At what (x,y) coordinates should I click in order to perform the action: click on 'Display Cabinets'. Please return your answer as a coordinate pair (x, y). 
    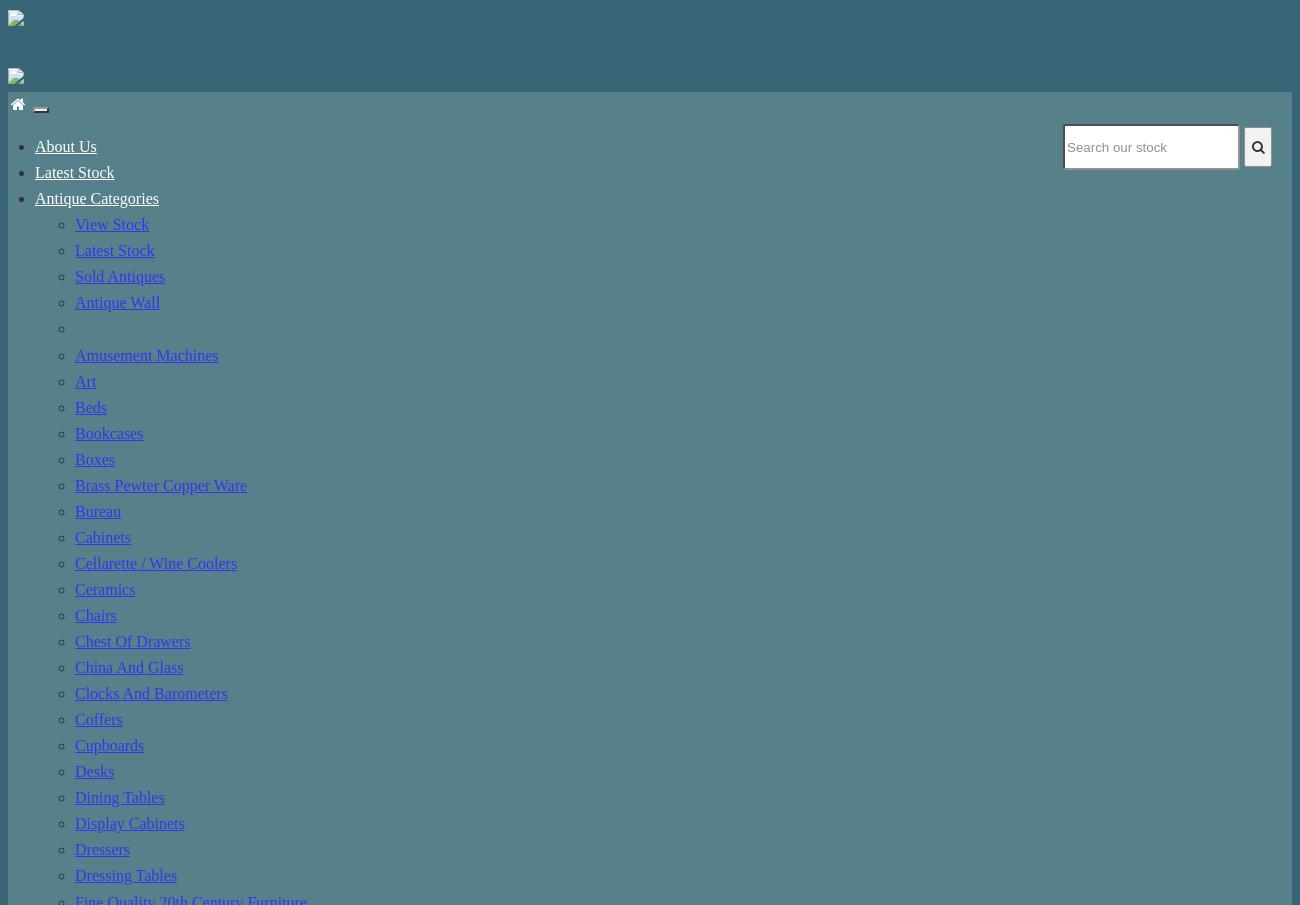
    Looking at the image, I should click on (75, 822).